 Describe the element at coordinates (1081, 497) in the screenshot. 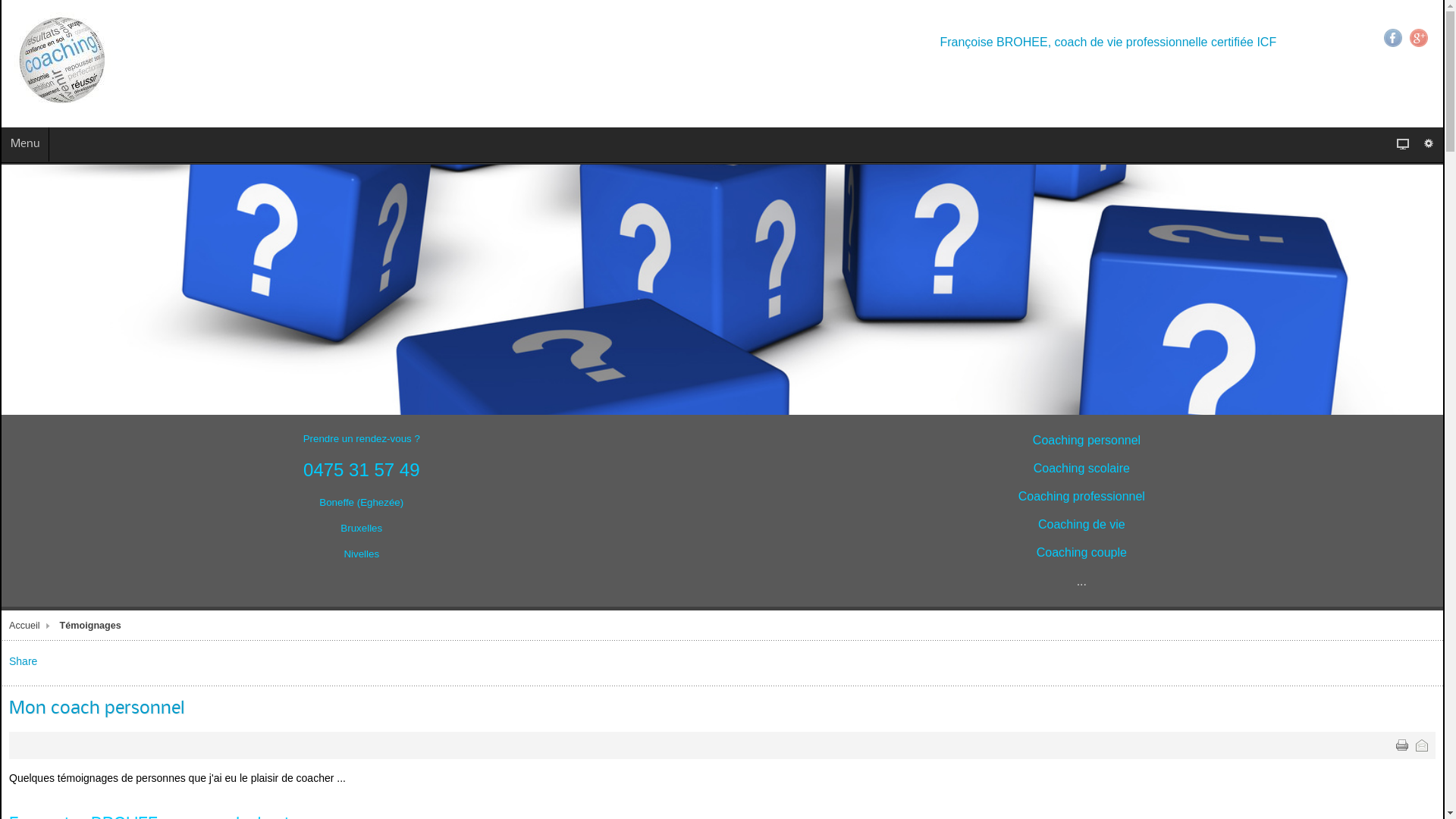

I see `'Coaching professionnel'` at that location.